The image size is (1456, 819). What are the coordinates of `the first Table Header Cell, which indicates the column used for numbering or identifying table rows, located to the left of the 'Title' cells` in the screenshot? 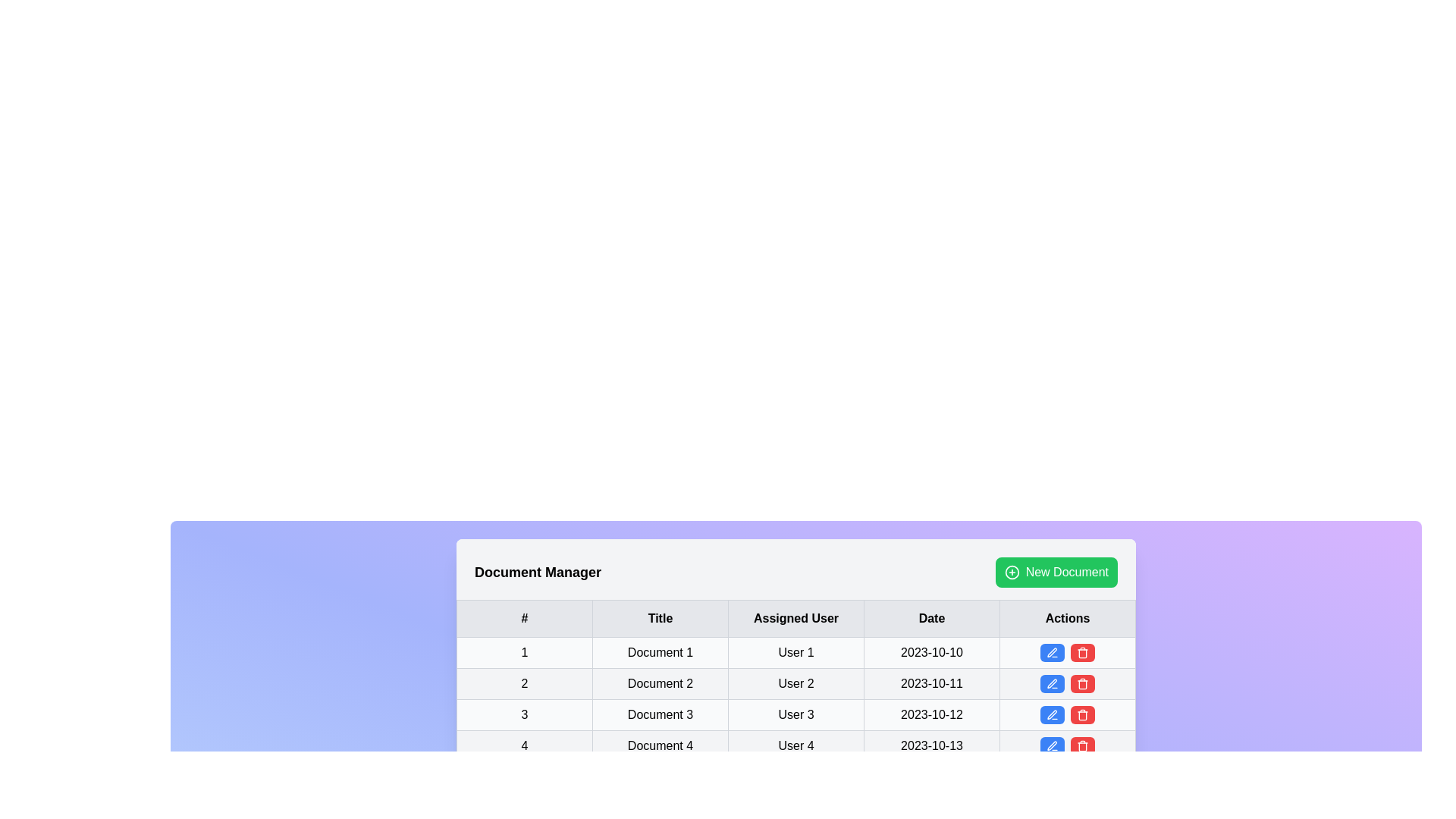 It's located at (524, 619).